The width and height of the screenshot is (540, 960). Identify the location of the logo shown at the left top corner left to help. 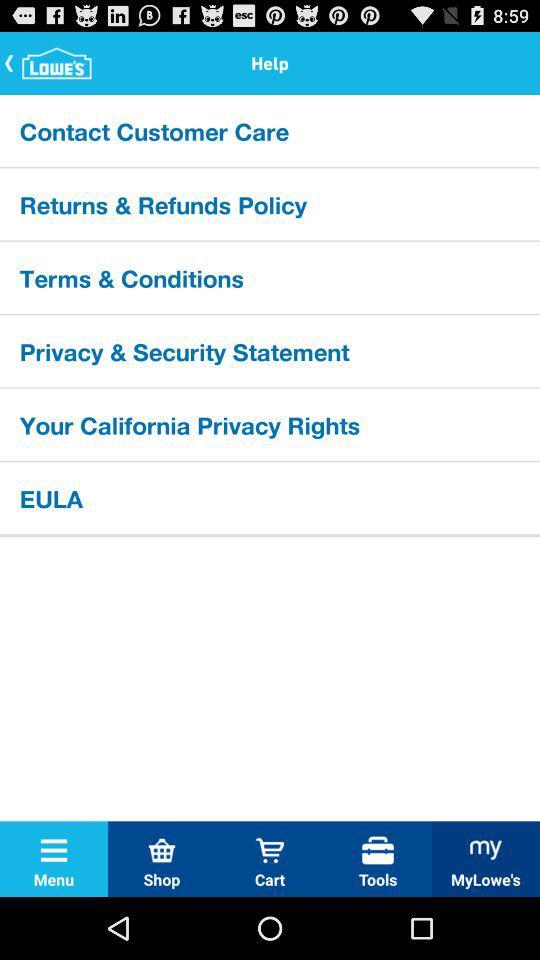
(50, 62).